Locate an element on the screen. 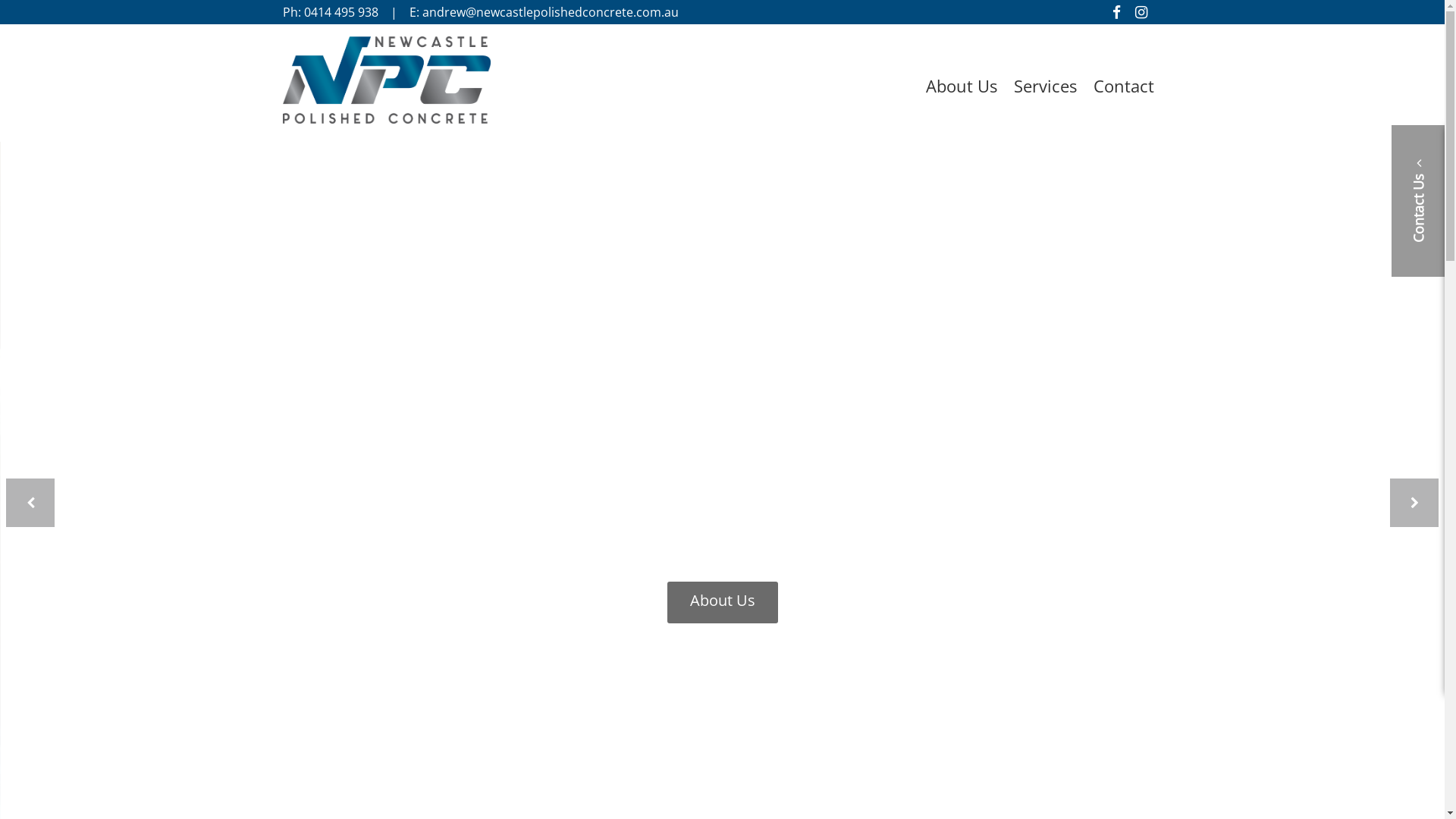 This screenshot has width=1456, height=819. 'Services' is located at coordinates (1044, 85).